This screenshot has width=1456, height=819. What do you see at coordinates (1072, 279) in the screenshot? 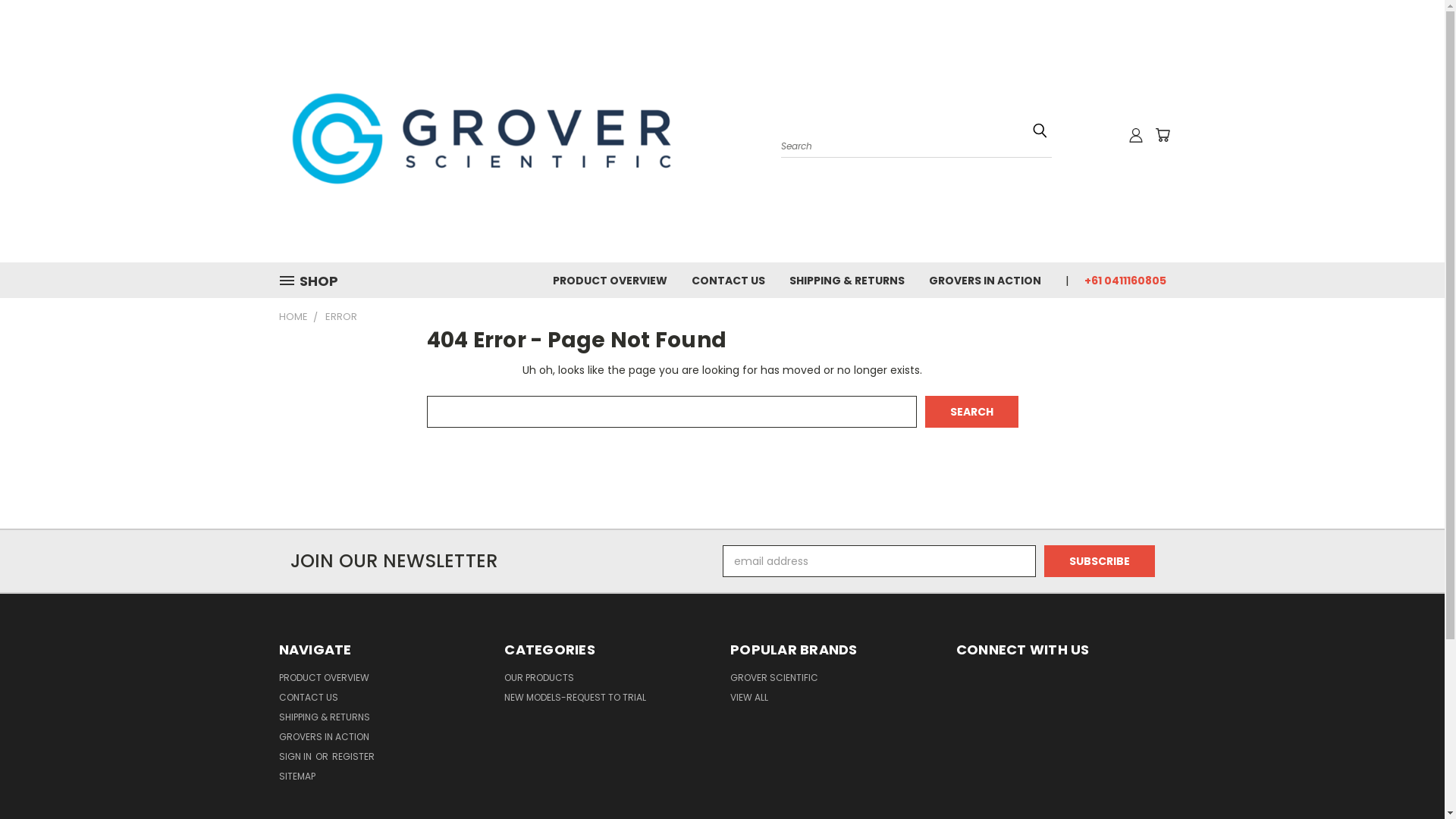
I see `'+61 0411160805'` at bounding box center [1072, 279].